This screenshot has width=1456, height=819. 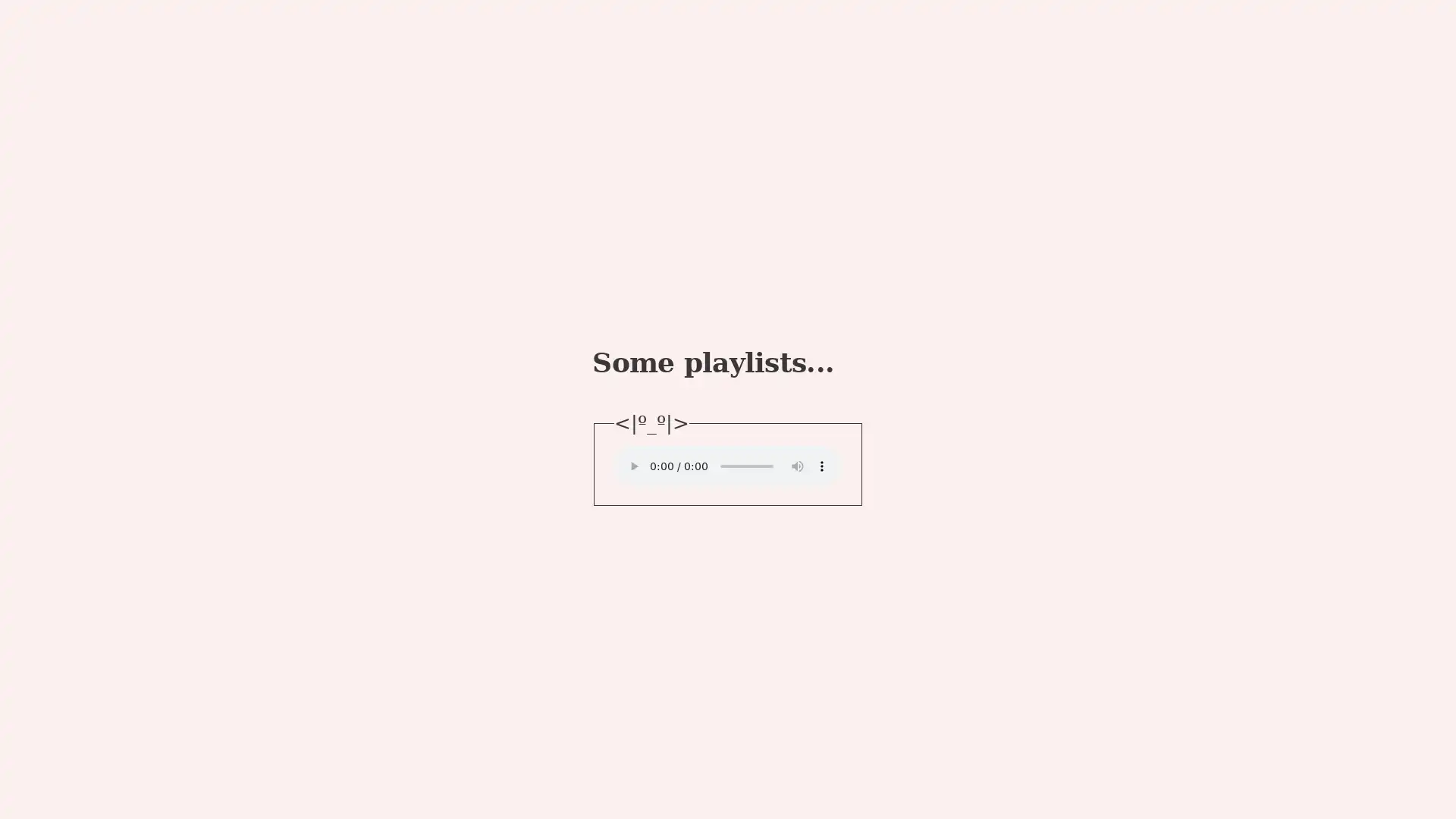 What do you see at coordinates (796, 464) in the screenshot?
I see `mute` at bounding box center [796, 464].